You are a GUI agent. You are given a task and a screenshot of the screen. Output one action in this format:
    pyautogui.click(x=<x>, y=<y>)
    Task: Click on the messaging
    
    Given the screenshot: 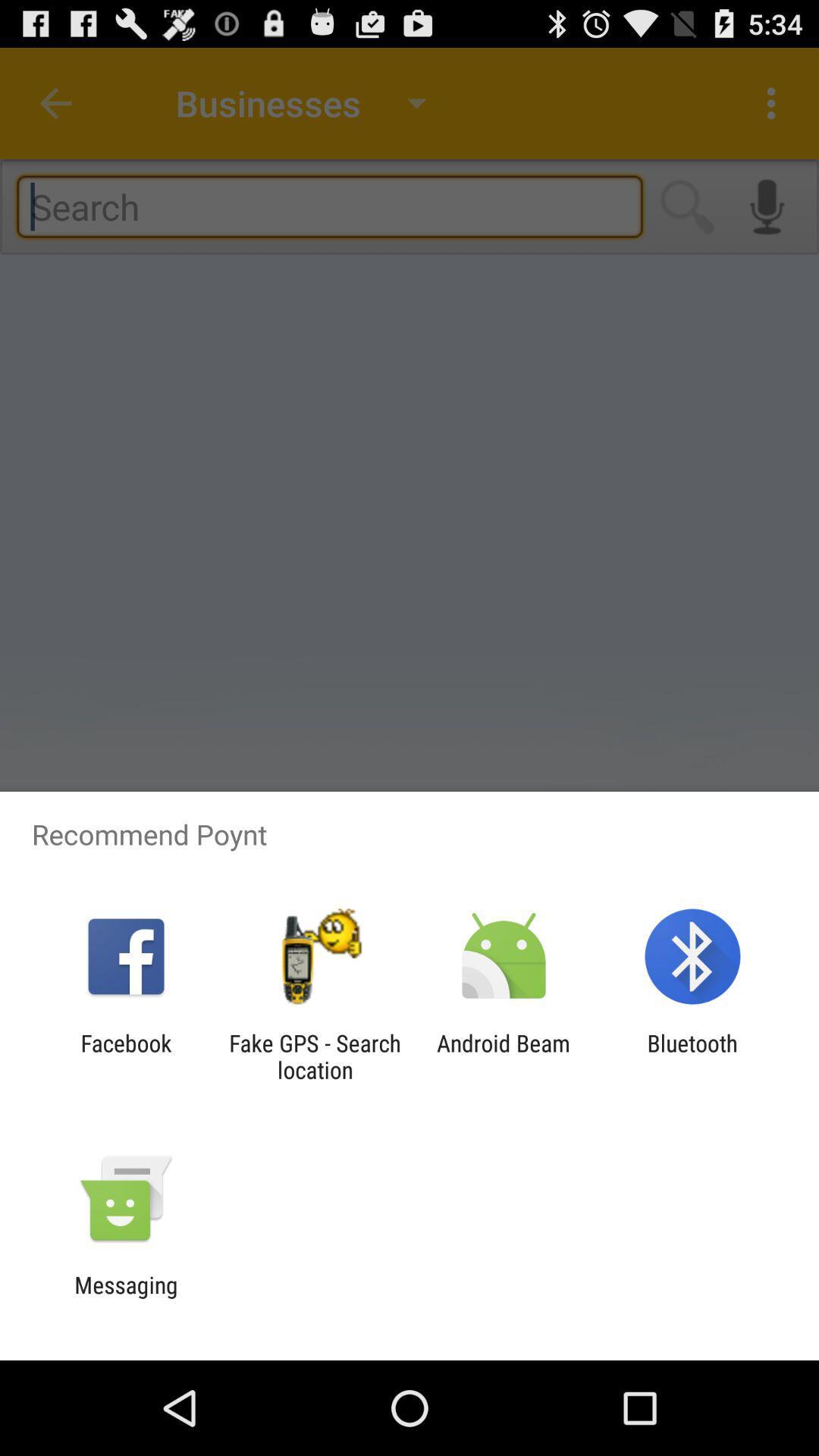 What is the action you would take?
    pyautogui.click(x=125, y=1298)
    